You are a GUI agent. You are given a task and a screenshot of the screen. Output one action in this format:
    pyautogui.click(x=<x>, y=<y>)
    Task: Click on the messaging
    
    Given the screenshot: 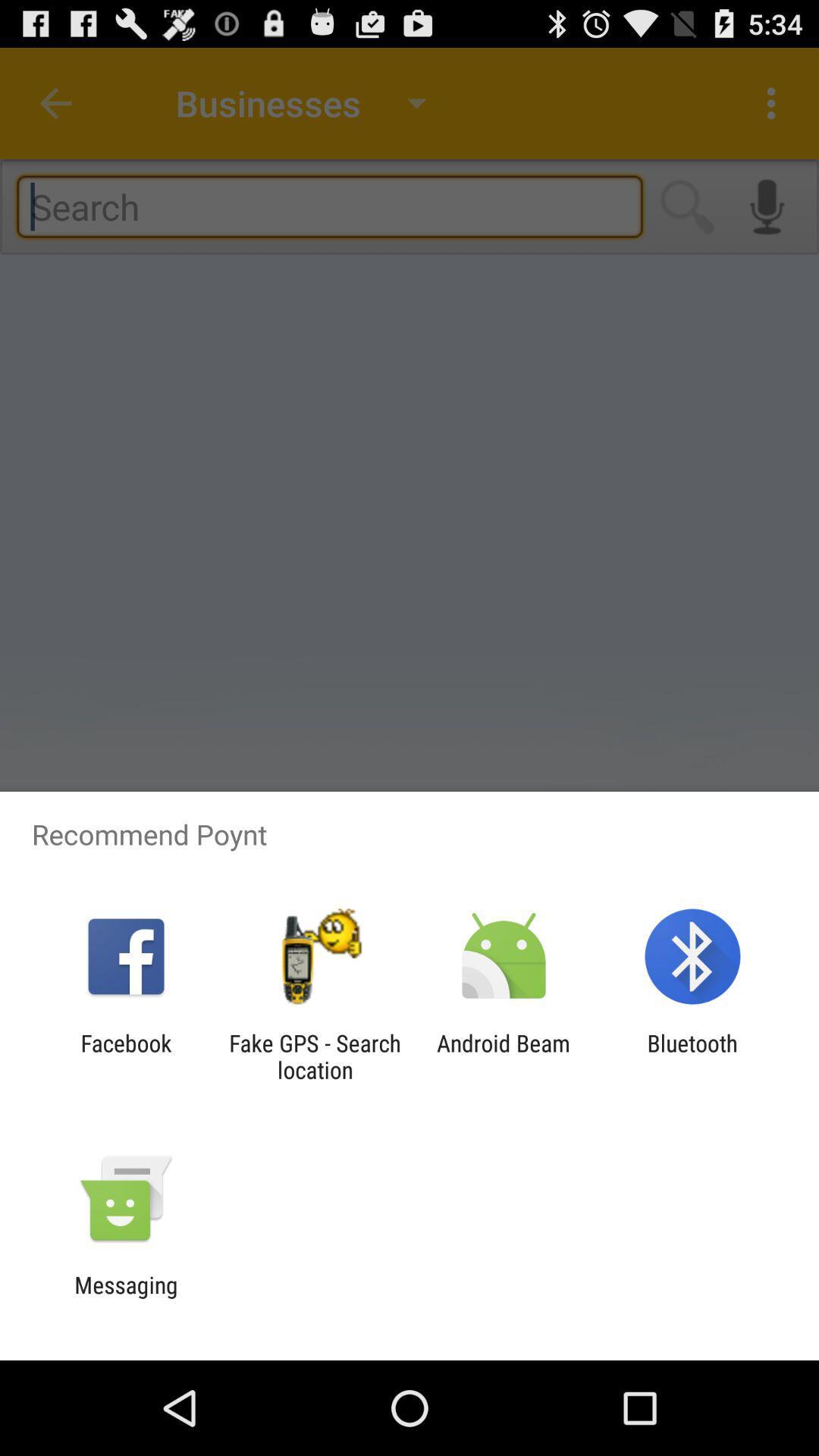 What is the action you would take?
    pyautogui.click(x=125, y=1298)
    